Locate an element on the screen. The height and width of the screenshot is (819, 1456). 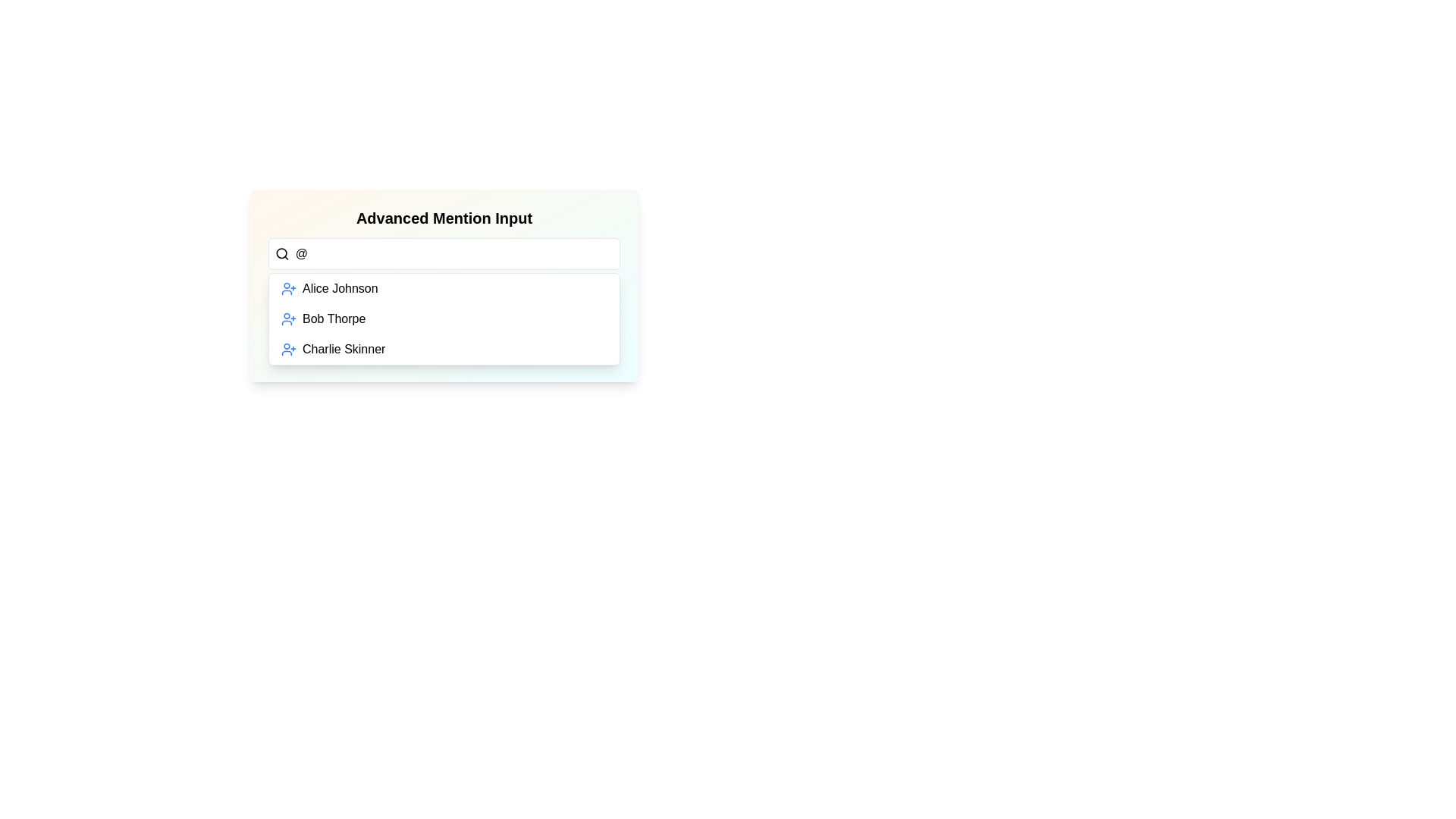
the list item labeled 'Bob Thorpe' in the dropdown menu is located at coordinates (443, 318).